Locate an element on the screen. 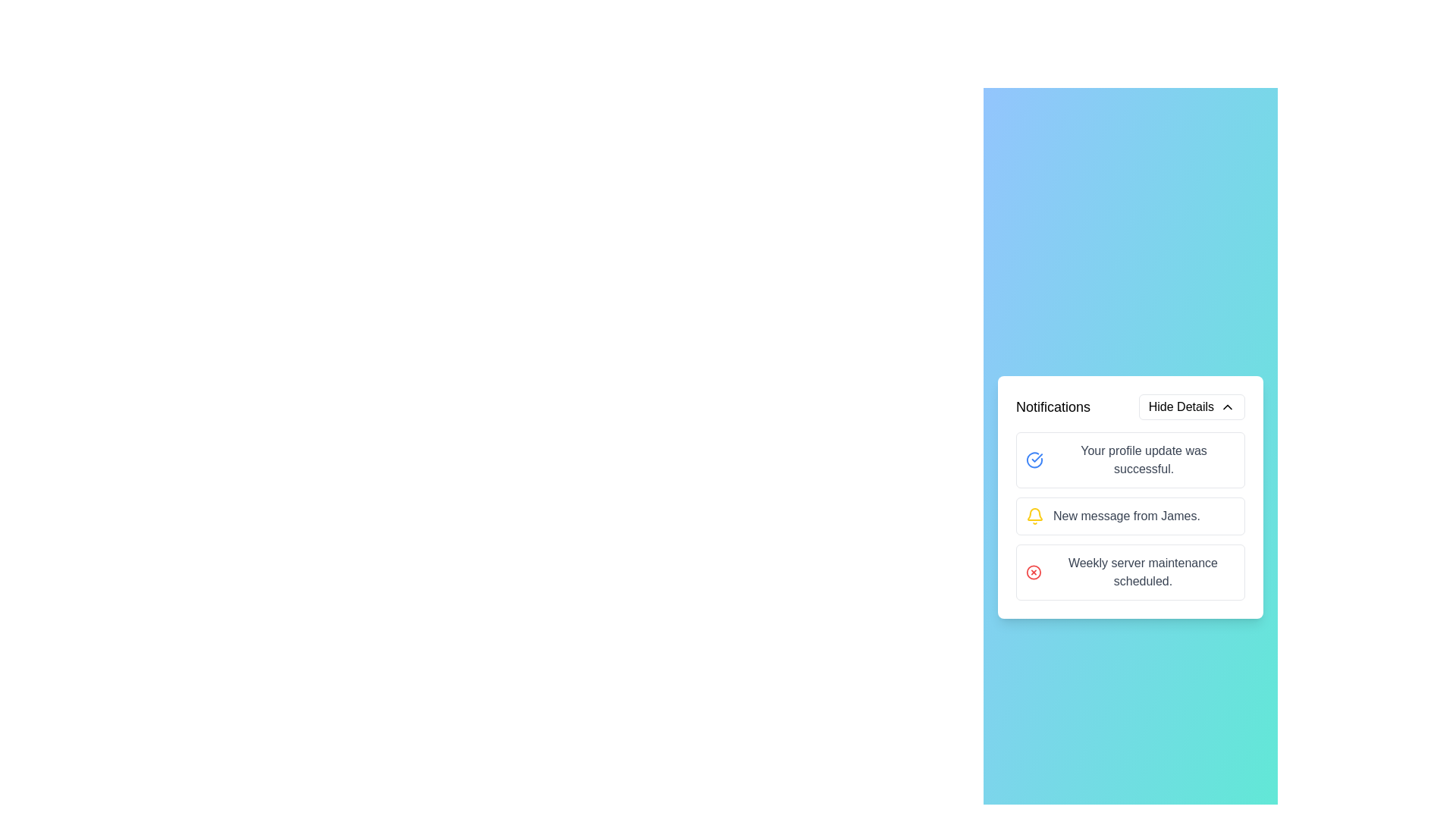  the static text that provides server maintenance information, which is located to the right of the red circular icon with a cross symbol, in the third notification item is located at coordinates (1143, 573).